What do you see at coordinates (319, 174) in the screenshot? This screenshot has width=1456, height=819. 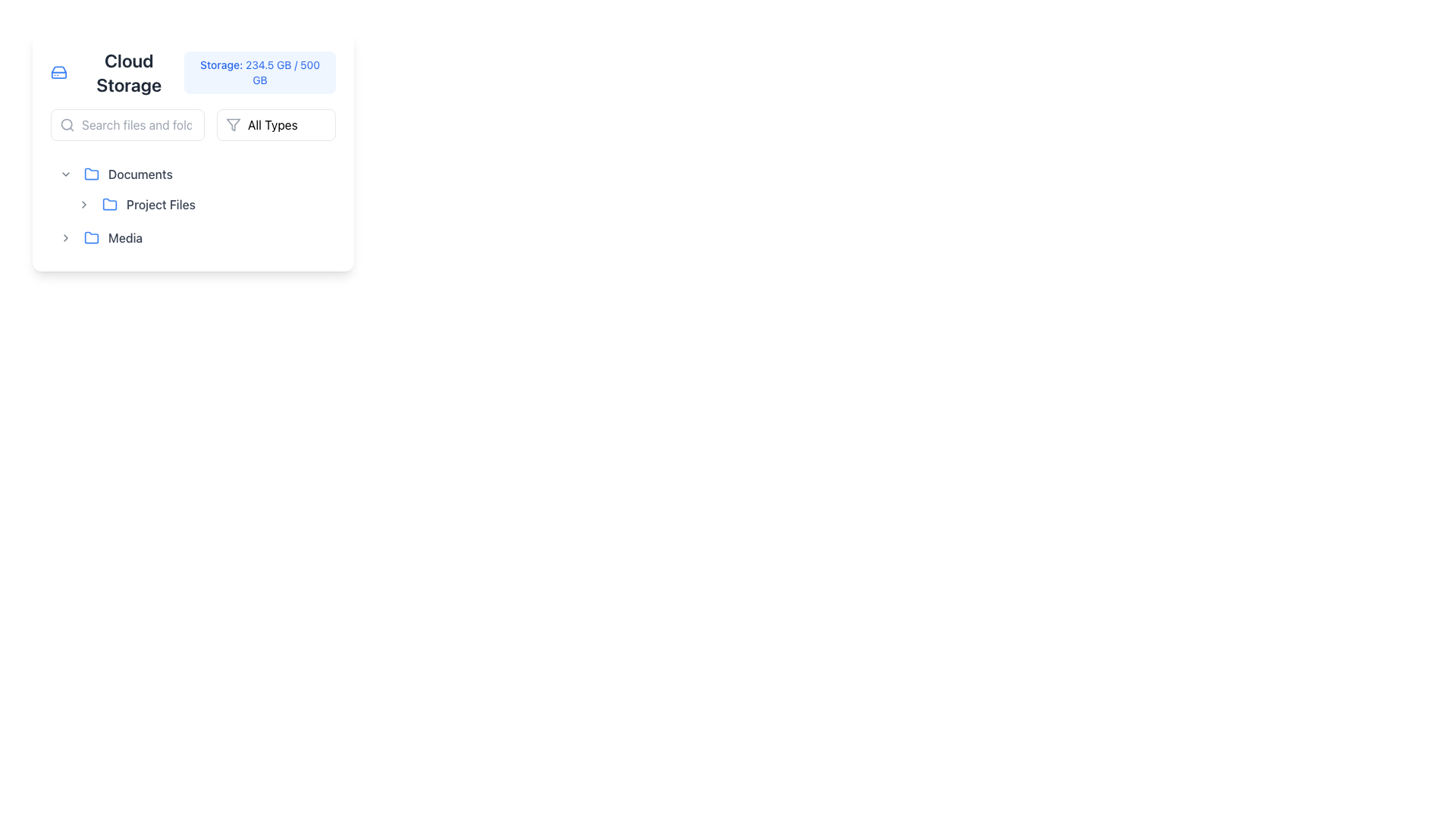 I see `the ellipsis button represented by three vertically aligned dots on the right side of the toolbar` at bounding box center [319, 174].